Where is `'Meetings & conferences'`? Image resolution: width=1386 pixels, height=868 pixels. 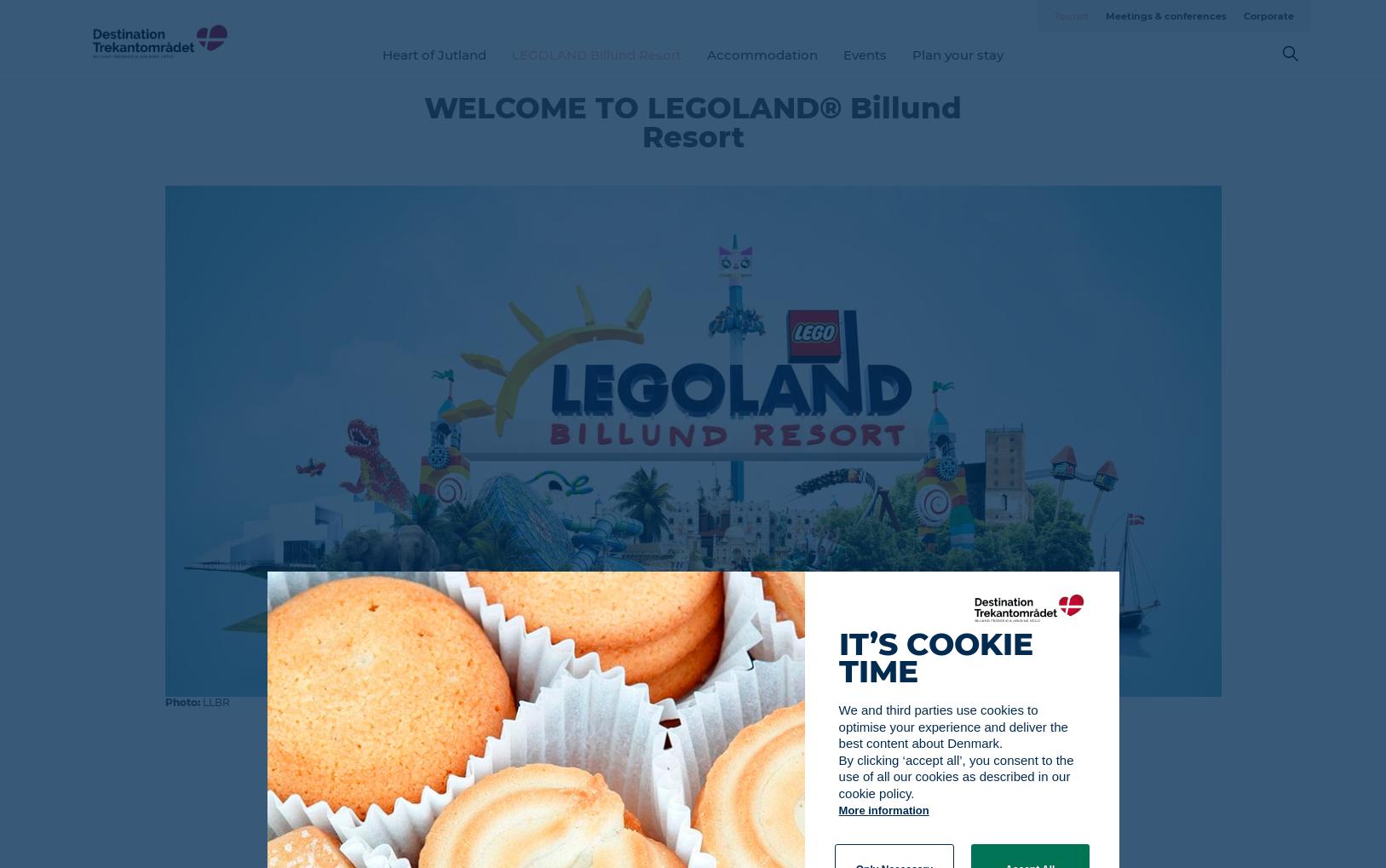
'Meetings & conferences' is located at coordinates (1165, 14).